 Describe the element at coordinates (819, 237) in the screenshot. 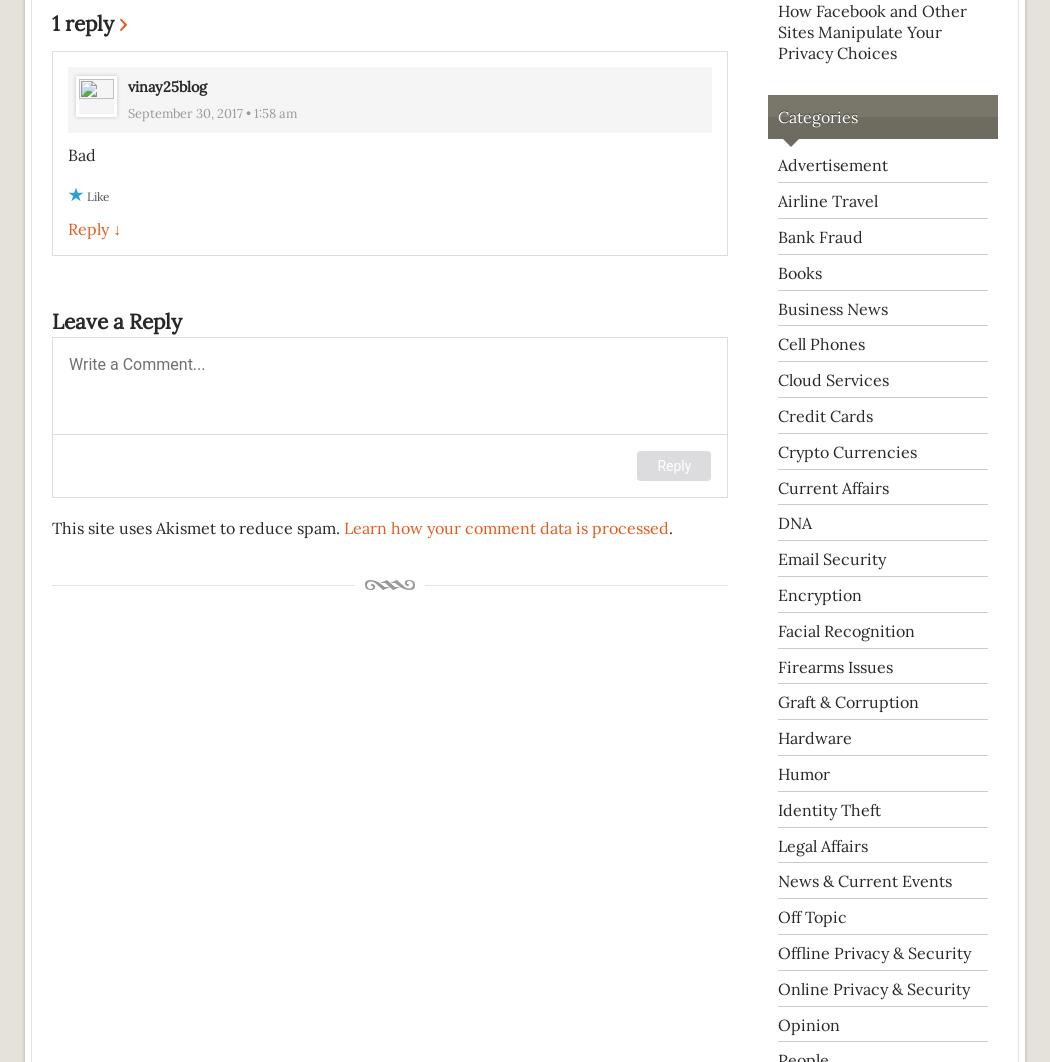

I see `'Bank Fraud'` at that location.